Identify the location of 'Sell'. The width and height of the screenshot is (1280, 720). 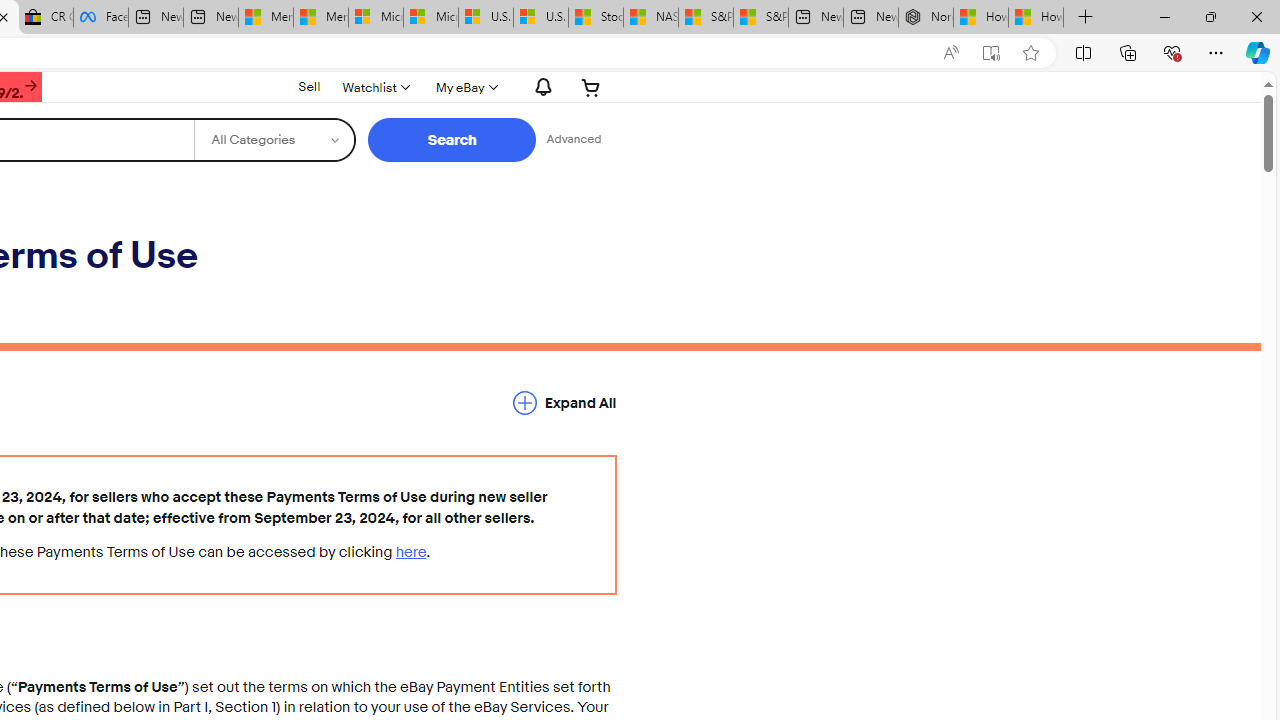
(308, 85).